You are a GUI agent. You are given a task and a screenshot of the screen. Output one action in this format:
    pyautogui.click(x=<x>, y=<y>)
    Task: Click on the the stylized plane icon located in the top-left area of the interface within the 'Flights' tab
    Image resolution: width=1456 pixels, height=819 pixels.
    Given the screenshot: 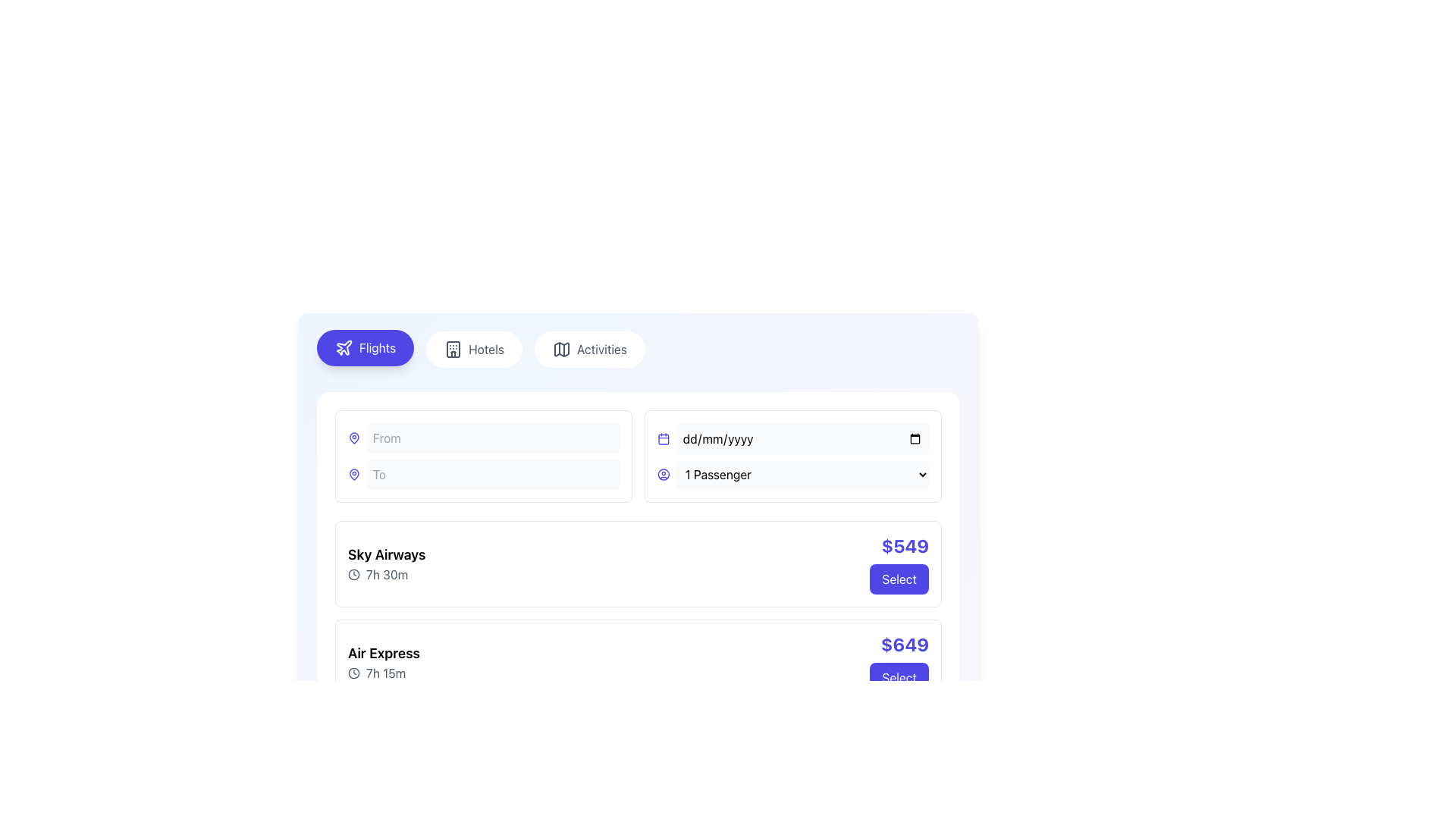 What is the action you would take?
    pyautogui.click(x=344, y=347)
    